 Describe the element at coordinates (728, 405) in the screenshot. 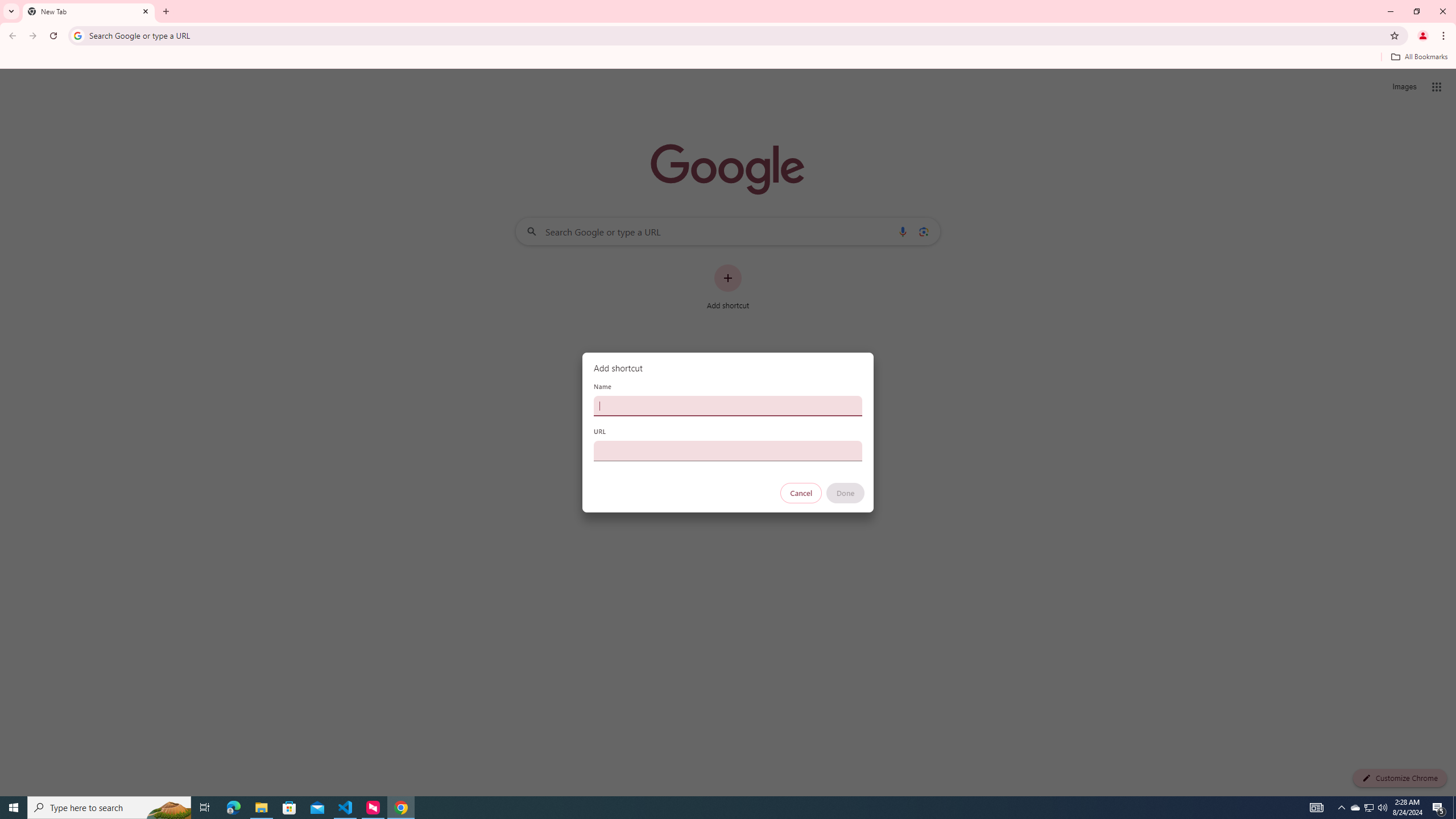

I see `'Name'` at that location.